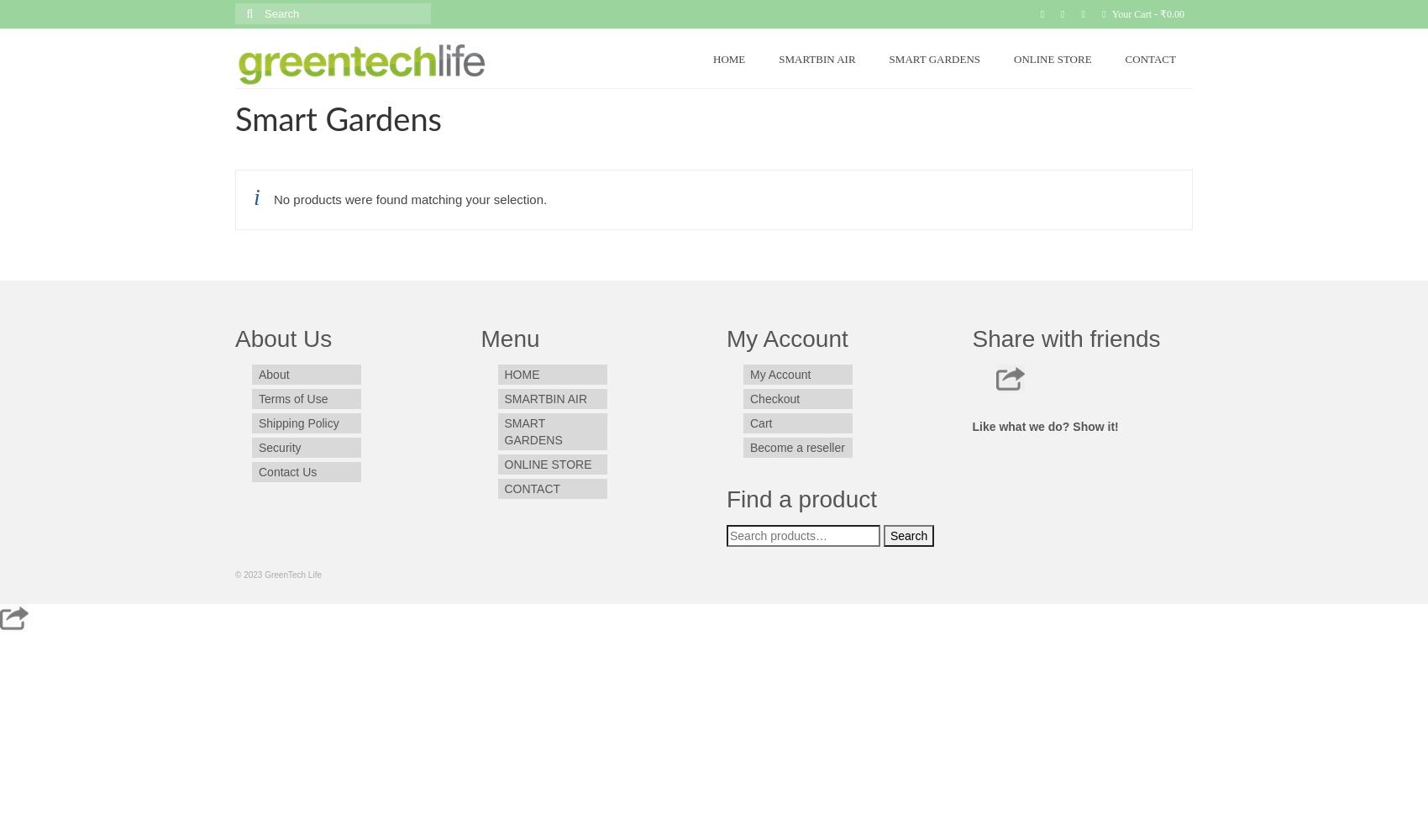  What do you see at coordinates (726, 498) in the screenshot?
I see `'Find a product'` at bounding box center [726, 498].